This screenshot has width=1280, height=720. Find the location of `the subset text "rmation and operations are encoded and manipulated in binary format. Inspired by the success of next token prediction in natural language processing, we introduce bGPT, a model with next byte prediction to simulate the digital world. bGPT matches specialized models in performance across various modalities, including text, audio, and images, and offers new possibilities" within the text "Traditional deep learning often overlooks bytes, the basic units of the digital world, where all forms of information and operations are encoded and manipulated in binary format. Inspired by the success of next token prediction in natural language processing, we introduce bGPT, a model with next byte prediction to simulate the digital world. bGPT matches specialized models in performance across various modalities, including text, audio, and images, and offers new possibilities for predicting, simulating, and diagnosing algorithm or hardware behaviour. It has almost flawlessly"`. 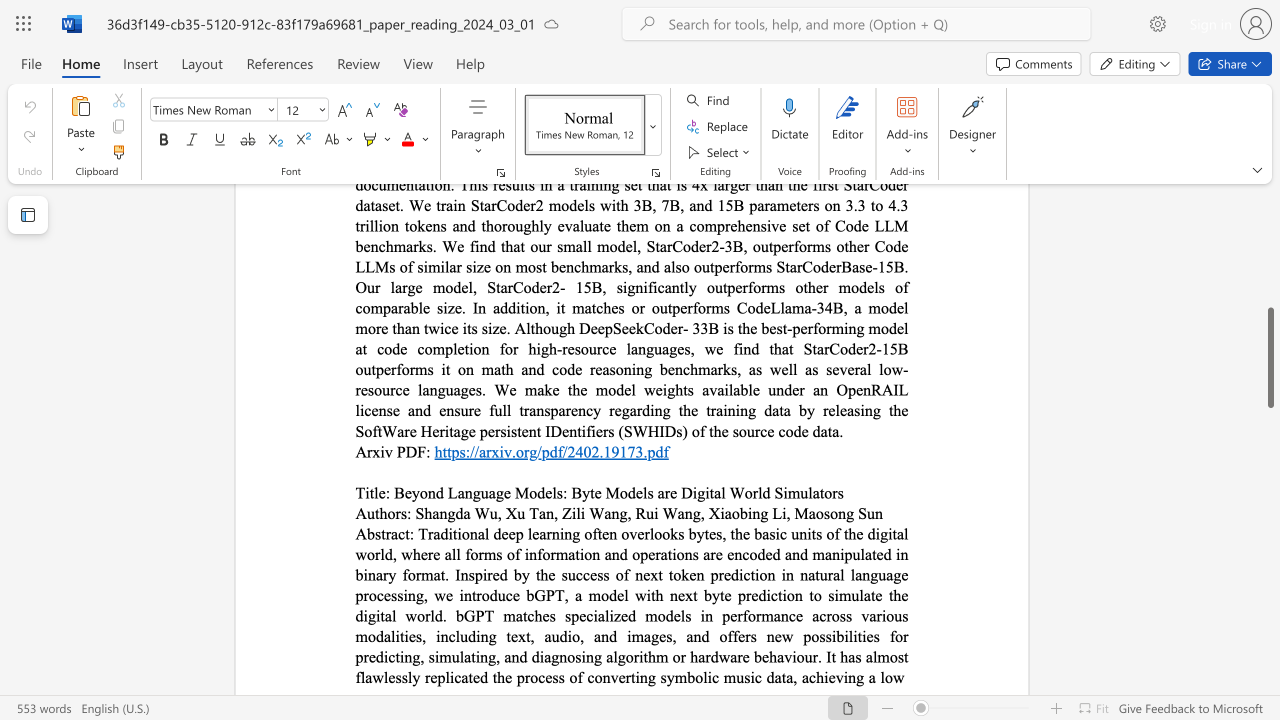

the subset text "rmation and operations are encoded and manipulated in binary format. Inspired by the success of next token prediction in natural language processing, we introduce bGPT, a model with next byte prediction to simulate the digital world. bGPT matches specialized models in performance across various modalities, including text, audio, and images, and offers new possibilities" within the text "Traditional deep learning often overlooks bytes, the basic units of the digital world, where all forms of information and operations are encoded and manipulated in binary format. Inspired by the success of next token prediction in natural language processing, we introduce bGPT, a model with next byte prediction to simulate the digital world. bGPT matches specialized models in performance across various modalities, including text, audio, and images, and offers new possibilities for predicting, simulating, and diagnosing algorithm or hardware behaviour. It has almost flawlessly" is located at coordinates (550, 554).